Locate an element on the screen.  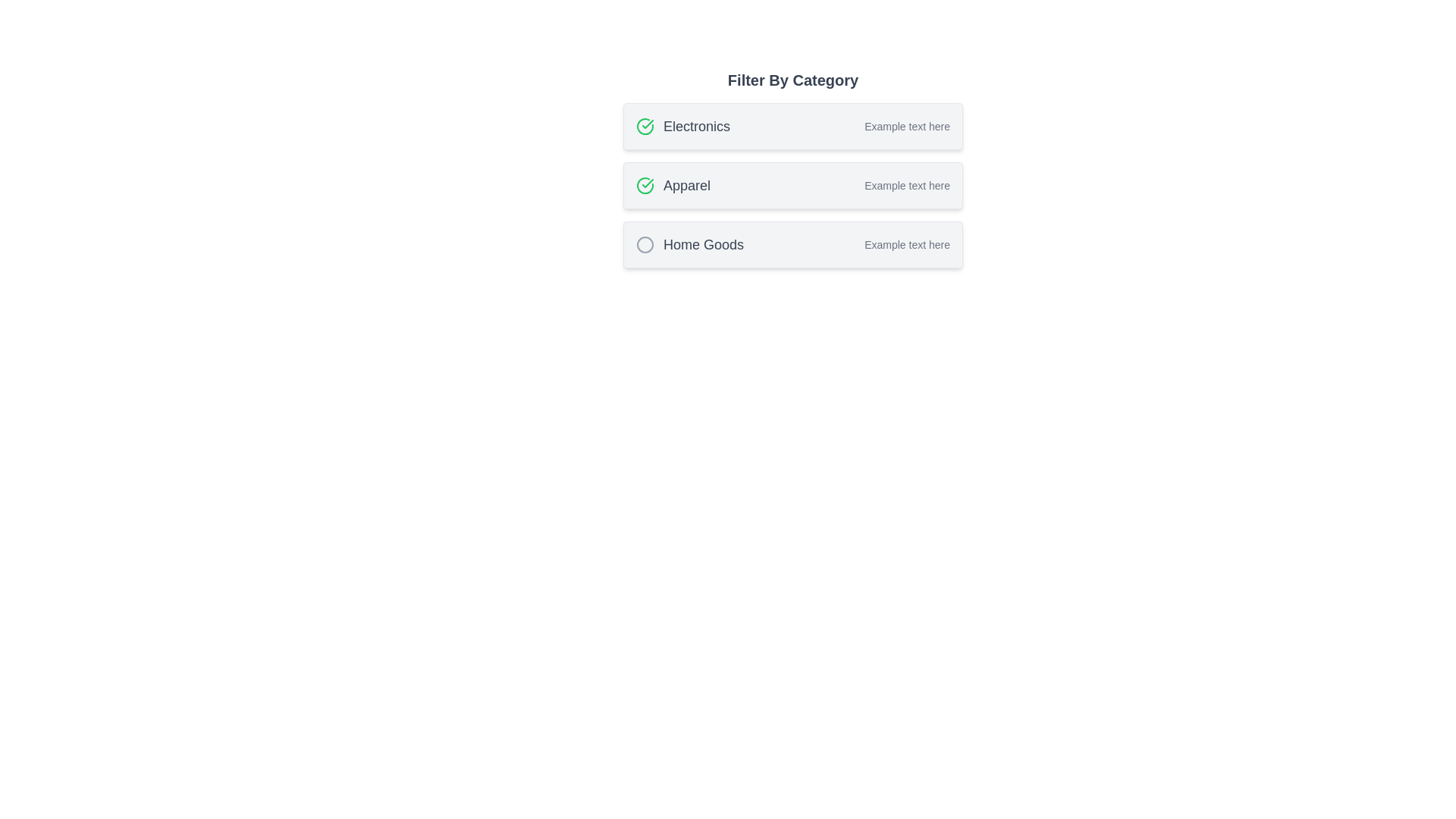
the 'Apparel' selectable category card, which is the second card in a vertical list of three categories, to interact with it is located at coordinates (792, 185).